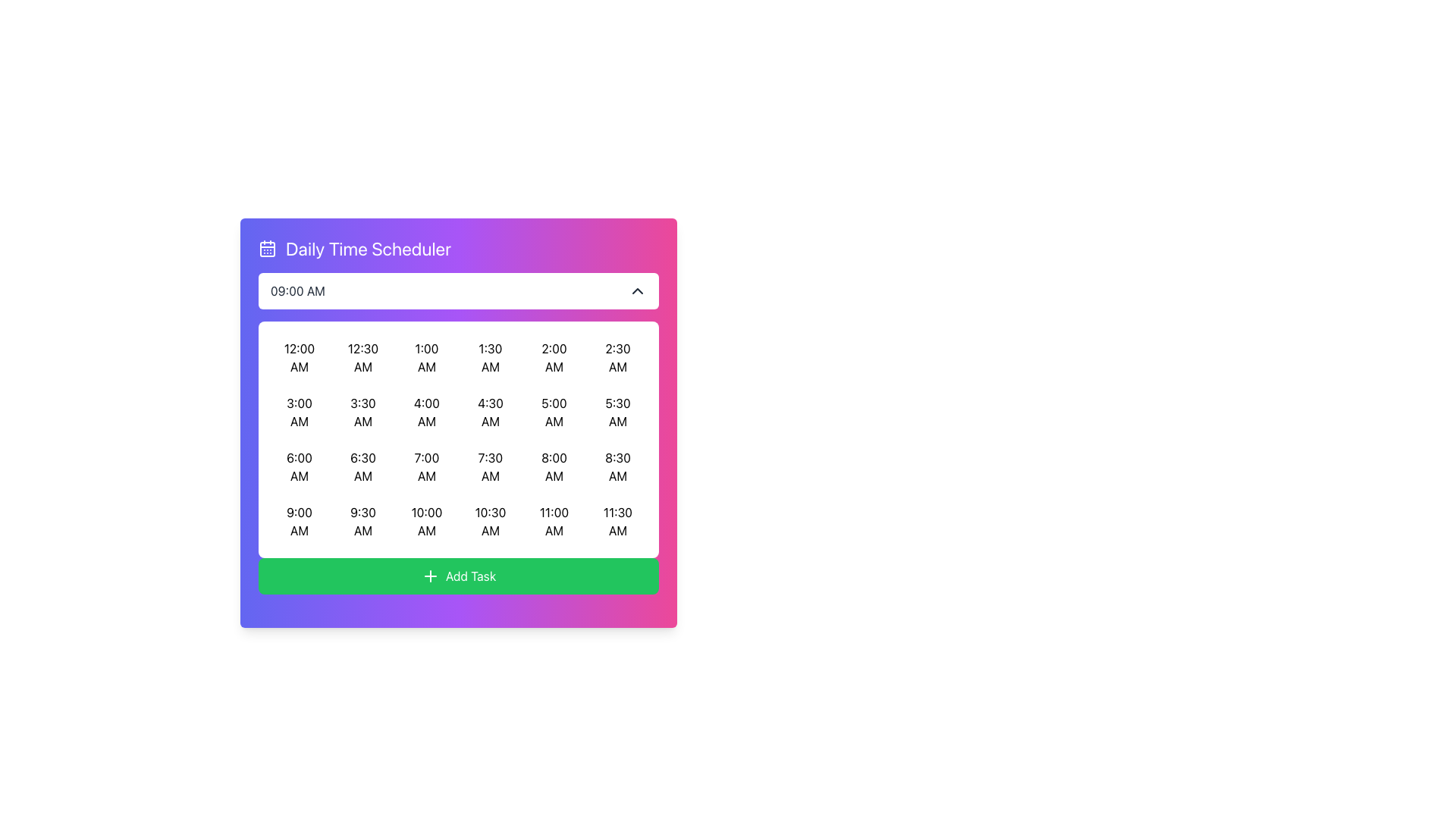  What do you see at coordinates (425, 357) in the screenshot?
I see `the selectable time slot for '1:00 AM' in the Daily Time Scheduler` at bounding box center [425, 357].